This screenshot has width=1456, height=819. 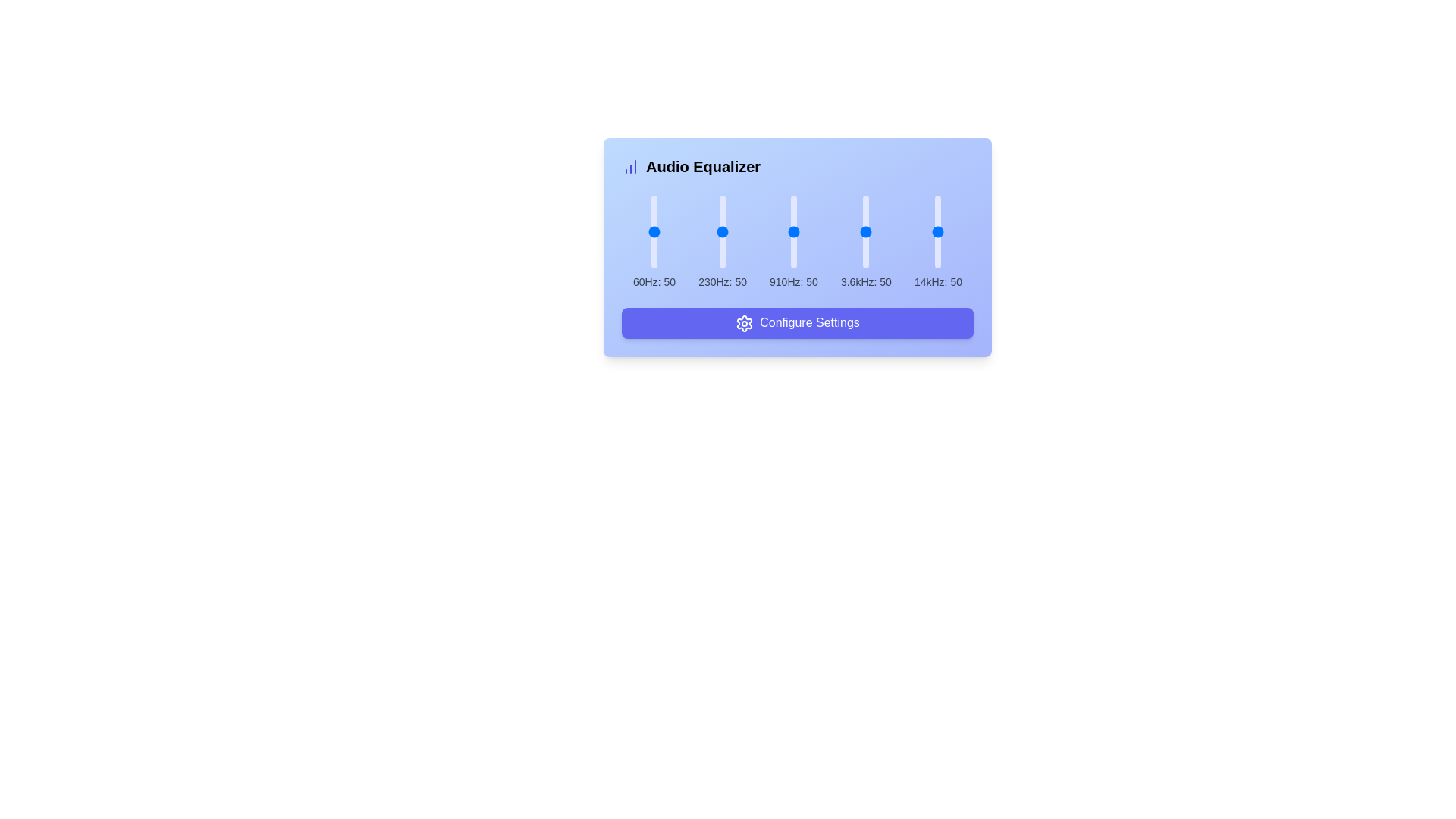 I want to click on the slider value, so click(x=937, y=197).